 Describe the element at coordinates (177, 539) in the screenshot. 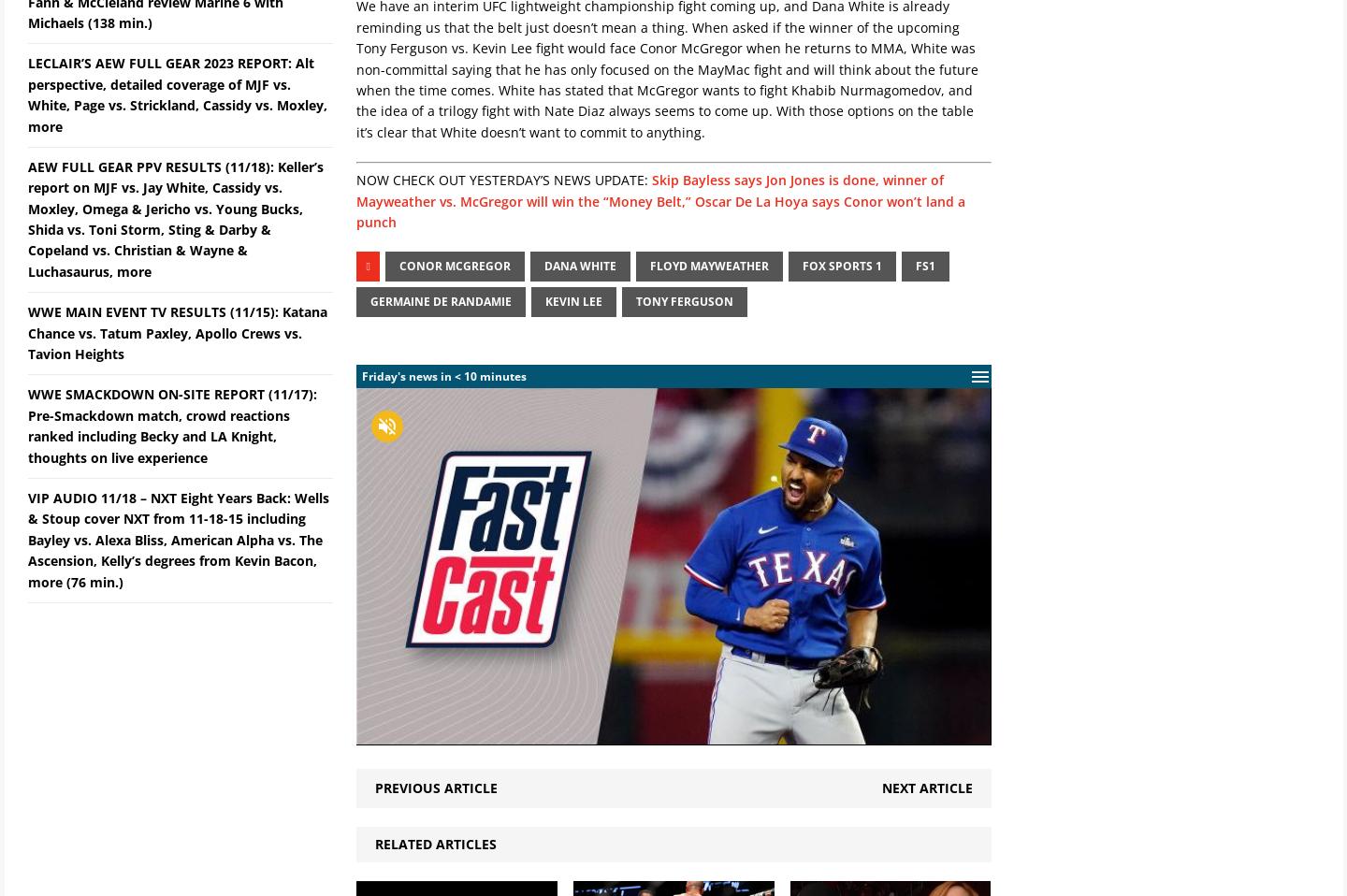

I see `'VIP AUDIO 11/18 – NXT Eight Years Back: Wells & Stoup cover NXT from 11-18-15 including Bayley vs. Alexa Bliss, American Alpha vs. The Ascension, Kelly’s degrees from Kevin Bacon, more (76 min.)'` at that location.